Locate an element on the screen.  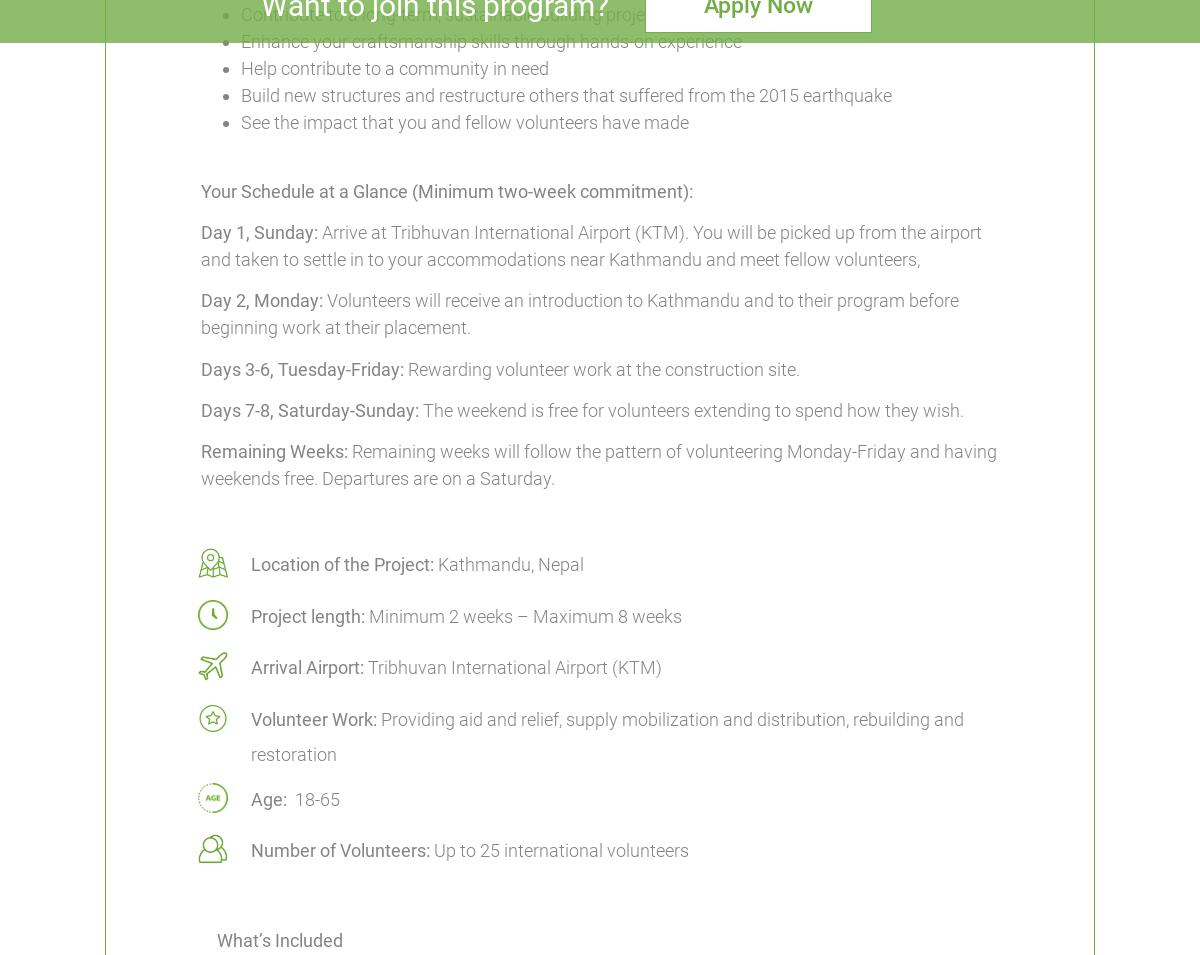
'What’s Included' is located at coordinates (215, 940).